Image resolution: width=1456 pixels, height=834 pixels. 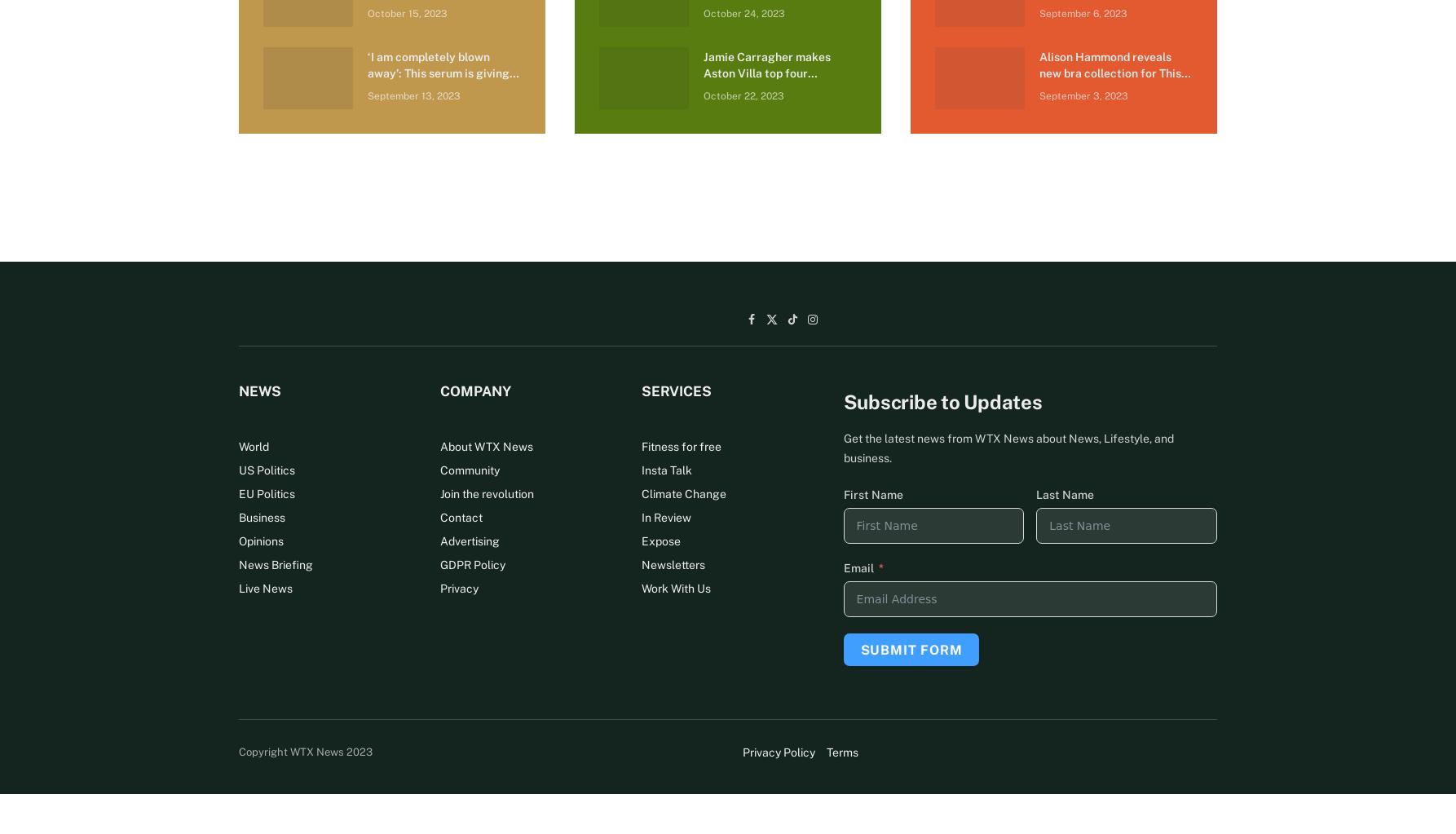 I want to click on 'Copyright WTX News 2023', so click(x=306, y=750).